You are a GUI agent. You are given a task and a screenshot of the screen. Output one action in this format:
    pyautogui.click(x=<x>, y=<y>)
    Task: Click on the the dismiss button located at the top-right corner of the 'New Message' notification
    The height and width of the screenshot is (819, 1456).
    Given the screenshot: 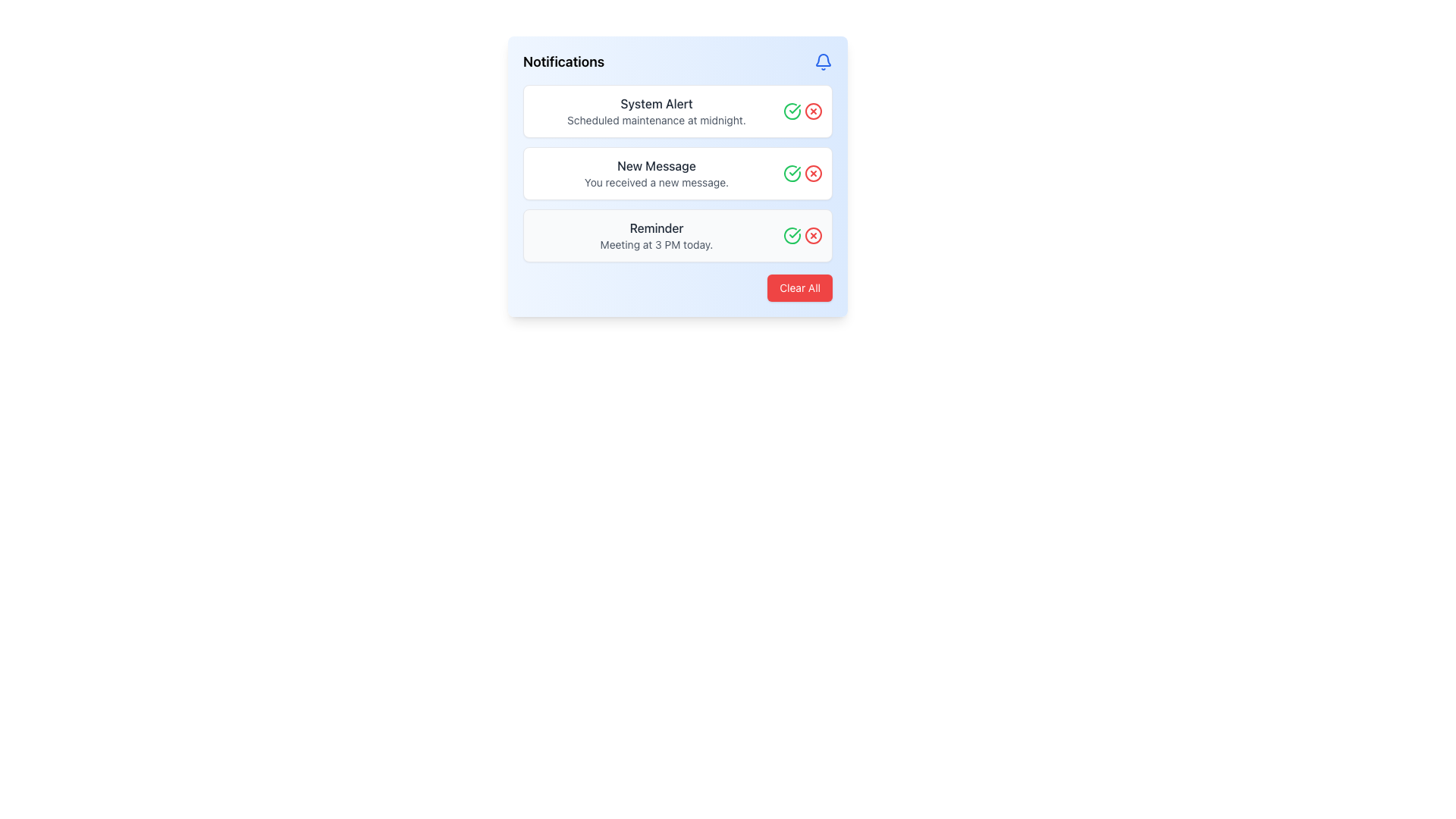 What is the action you would take?
    pyautogui.click(x=813, y=172)
    